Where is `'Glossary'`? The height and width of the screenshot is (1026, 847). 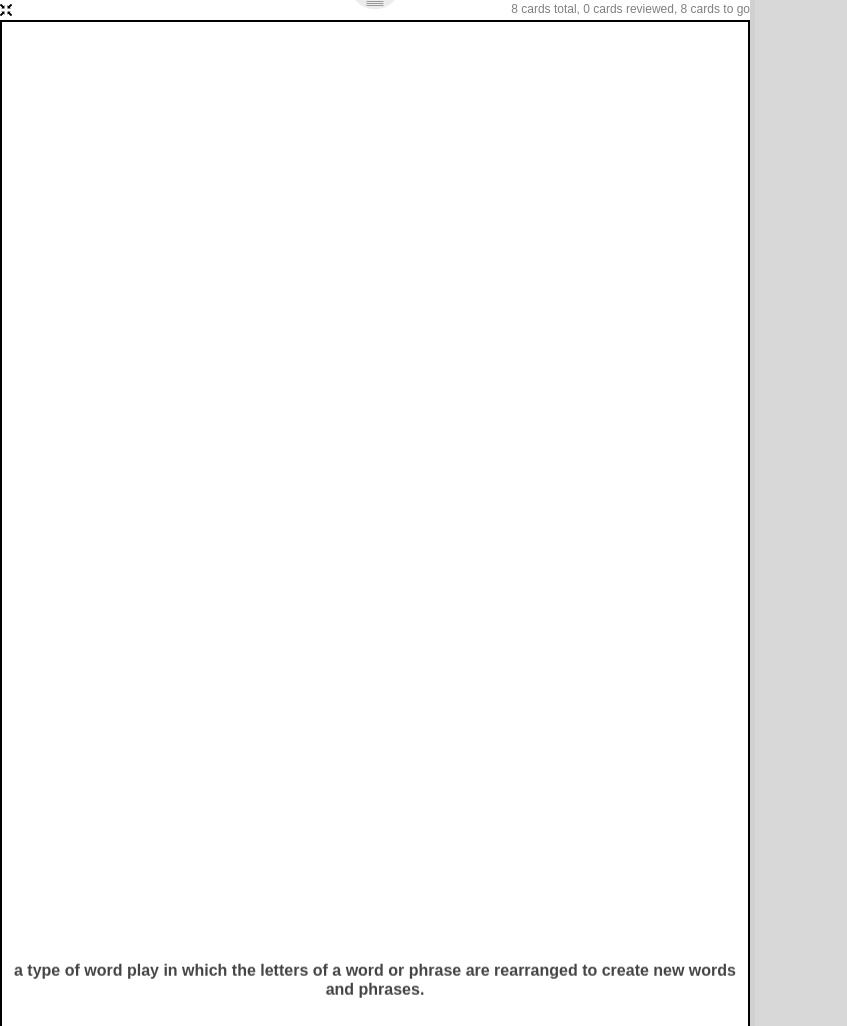
'Glossary' is located at coordinates (277, 127).